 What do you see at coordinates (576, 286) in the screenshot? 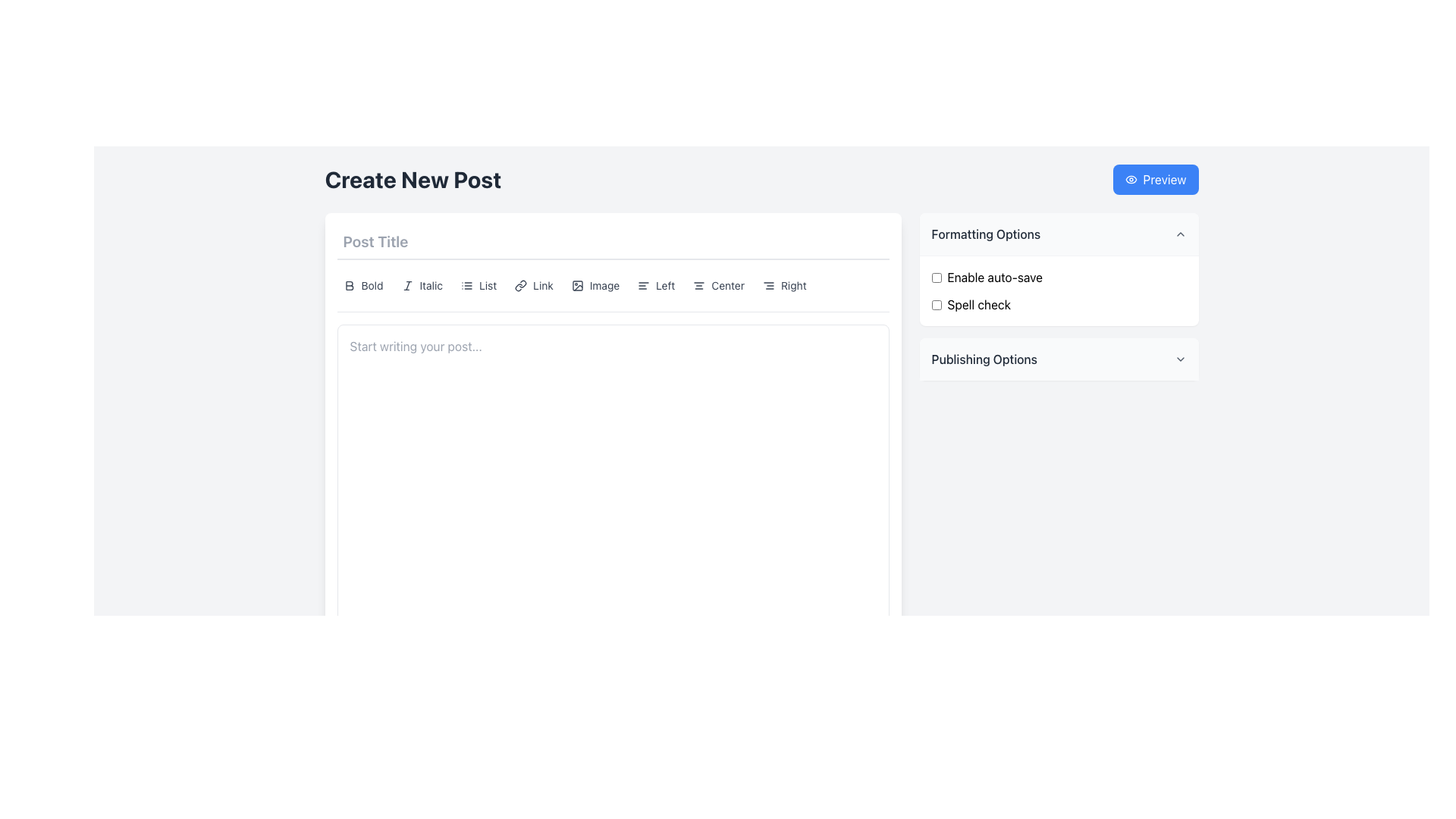
I see `the image icon located in the horizontal toolbar beneath the 'Post Title' heading` at bounding box center [576, 286].